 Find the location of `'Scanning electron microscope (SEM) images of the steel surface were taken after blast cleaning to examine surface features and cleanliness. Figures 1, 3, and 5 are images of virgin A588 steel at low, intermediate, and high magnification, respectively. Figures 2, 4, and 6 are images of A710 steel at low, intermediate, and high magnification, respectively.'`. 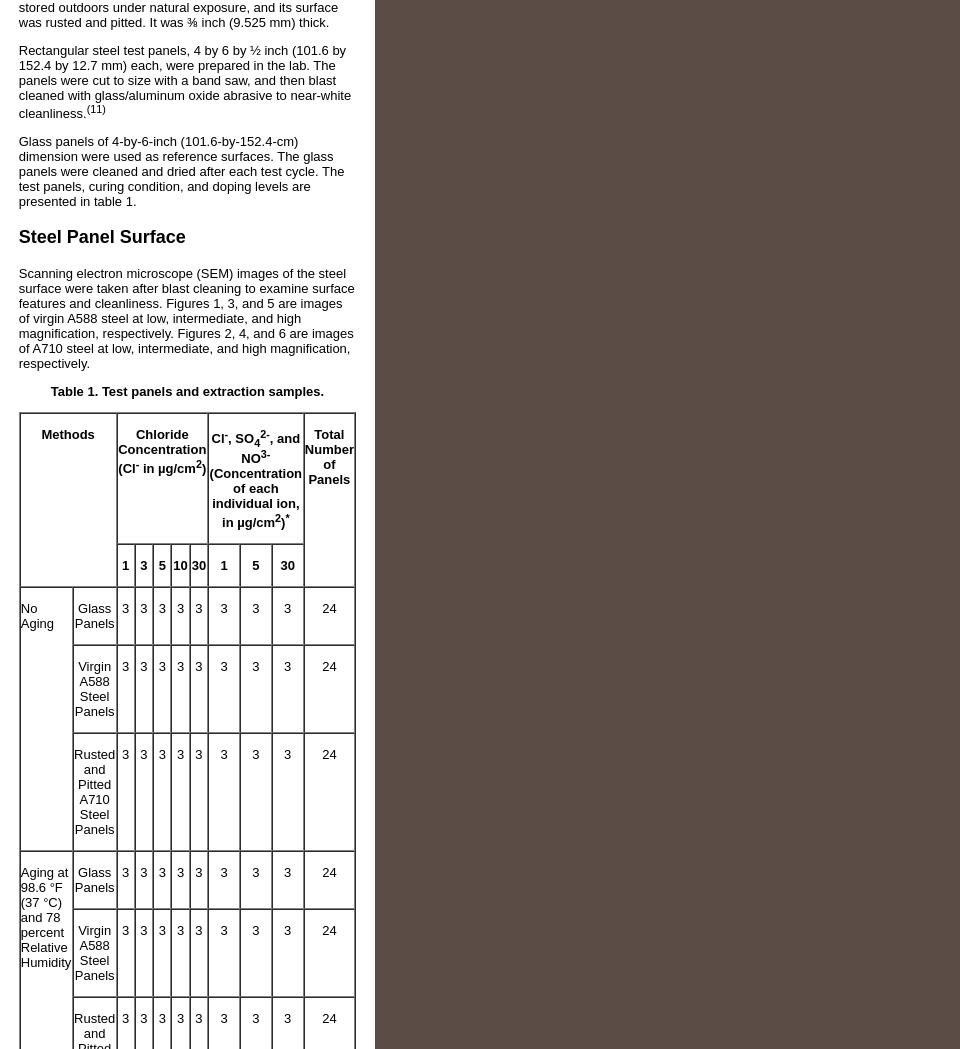

'Scanning electron microscope (SEM) images of the steel surface were taken after blast cleaning to examine surface features and cleanliness. Figures 1, 3, and 5 are images of virgin A588 steel at low, intermediate, and high magnification, respectively. Figures 2, 4, and 6 are images of A710 steel at low, intermediate, and high magnification, respectively.' is located at coordinates (16, 318).